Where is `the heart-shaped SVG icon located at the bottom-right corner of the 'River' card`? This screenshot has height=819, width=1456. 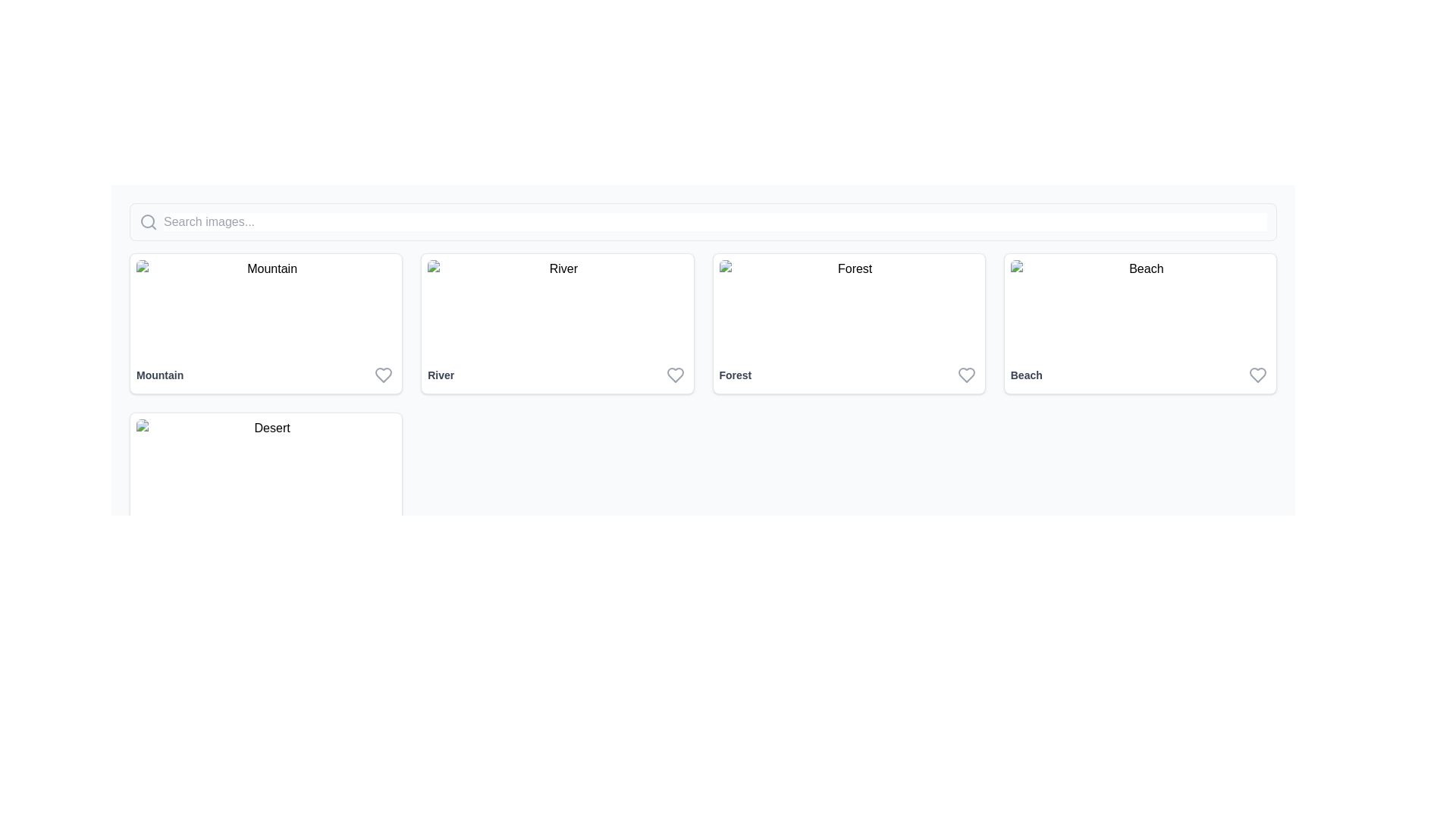 the heart-shaped SVG icon located at the bottom-right corner of the 'River' card is located at coordinates (674, 375).